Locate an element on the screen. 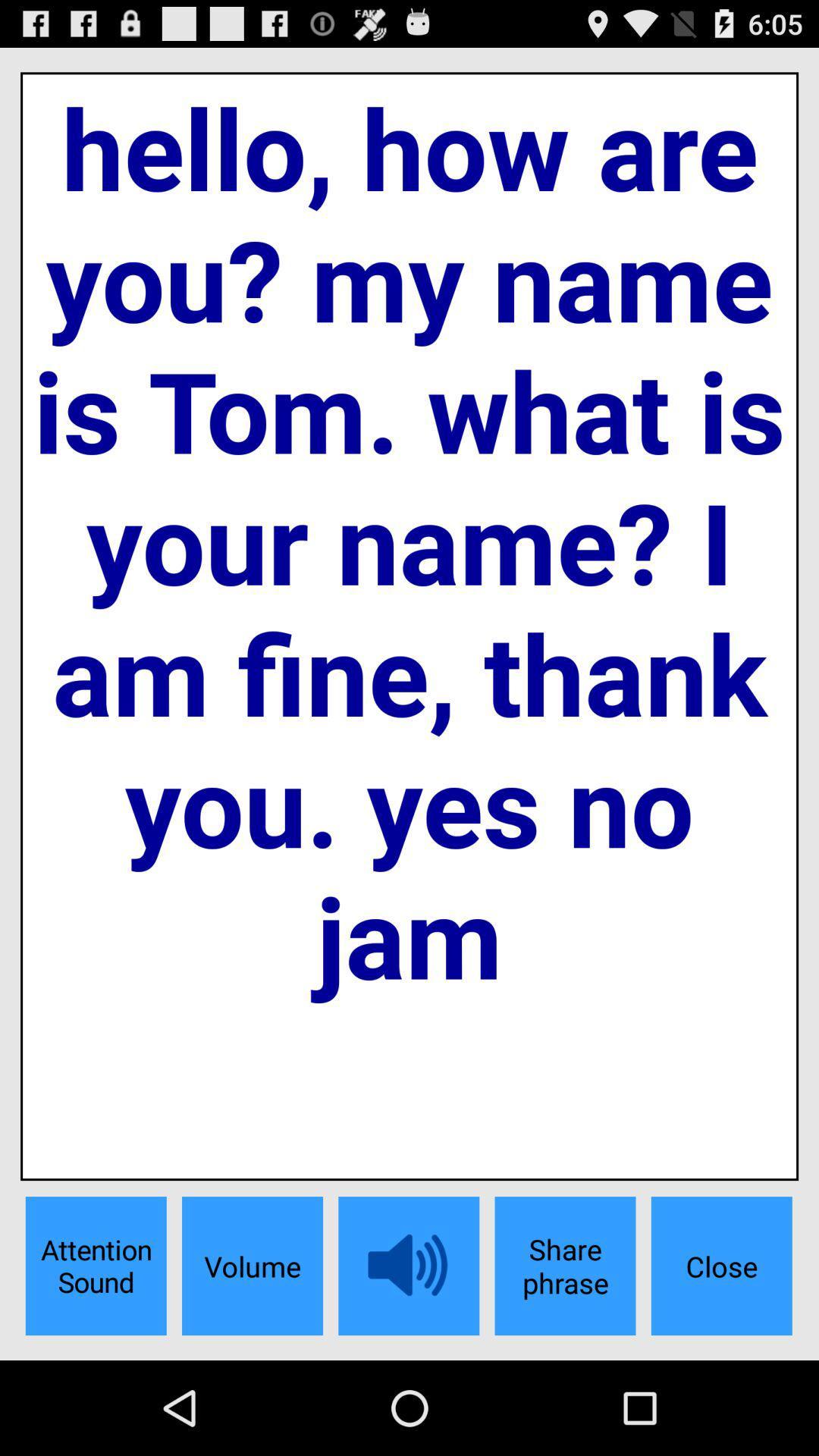 This screenshot has height=1456, width=819. the button to the left of close is located at coordinates (565, 1266).